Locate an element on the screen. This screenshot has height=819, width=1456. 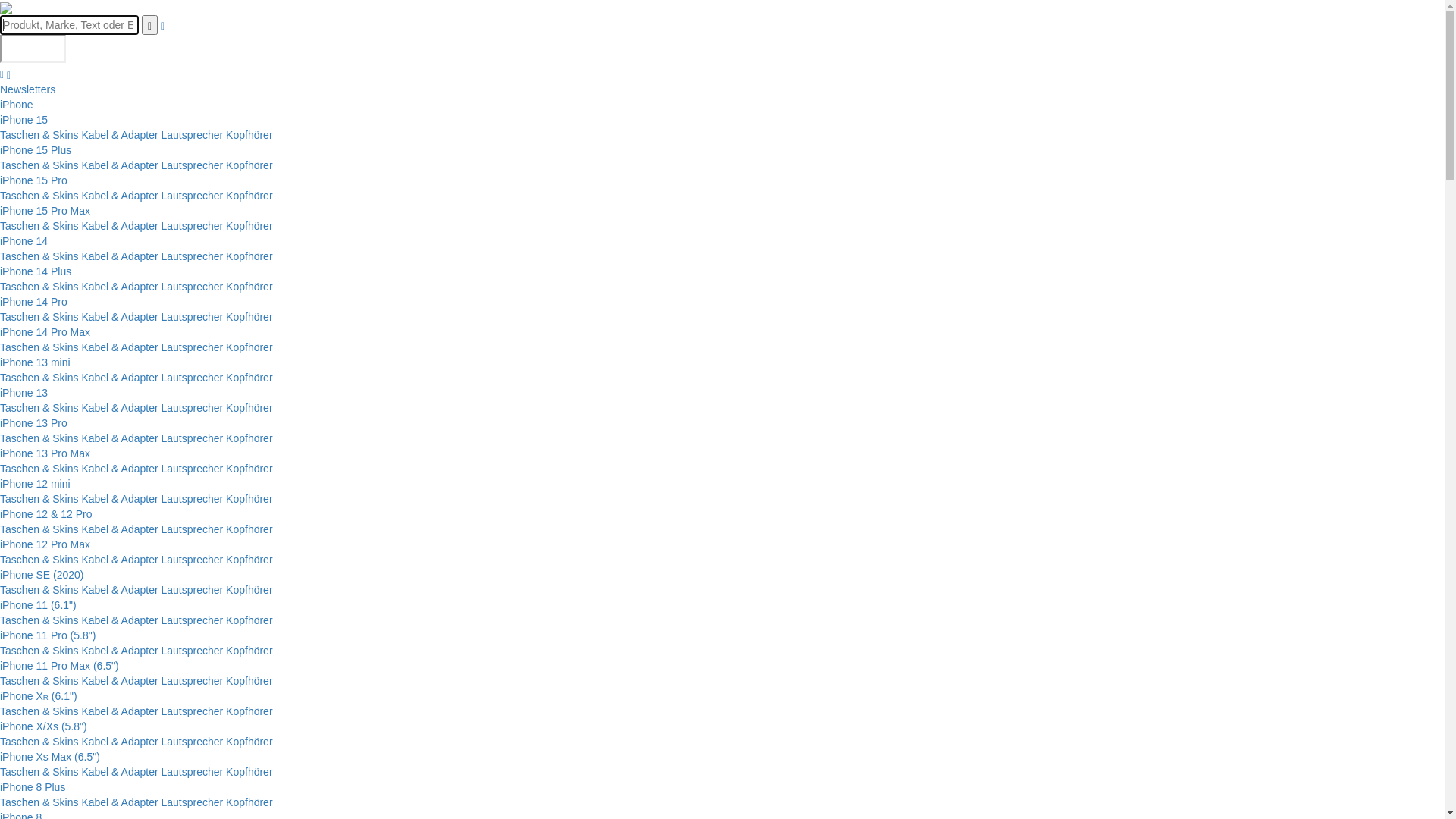
'Zur Startseite' is located at coordinates (6, 8).